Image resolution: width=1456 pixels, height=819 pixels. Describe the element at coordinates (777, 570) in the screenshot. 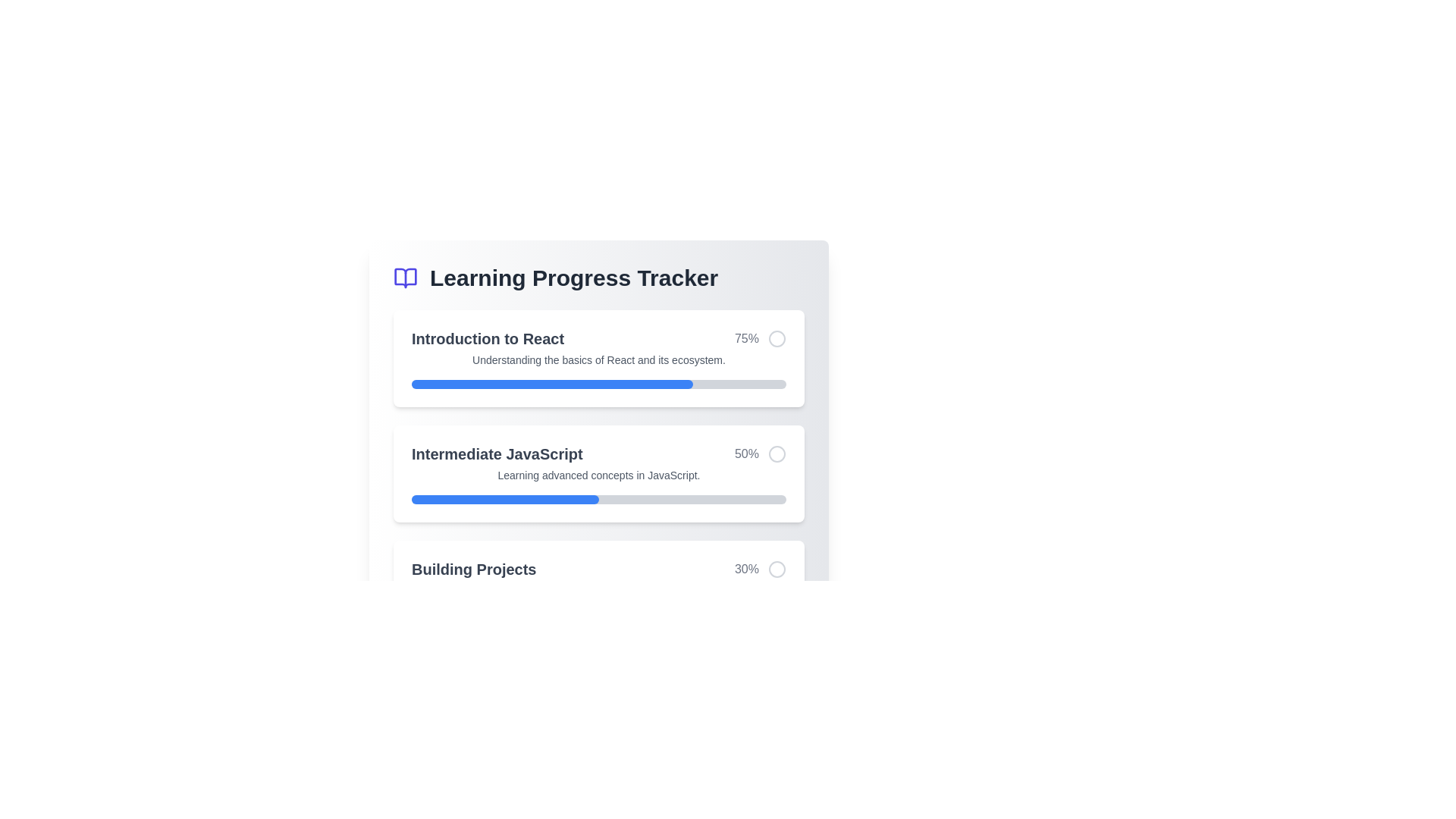

I see `the circular checkbox-like UI component located to the right of the '30%' text in the 'Building Projects' row` at that location.